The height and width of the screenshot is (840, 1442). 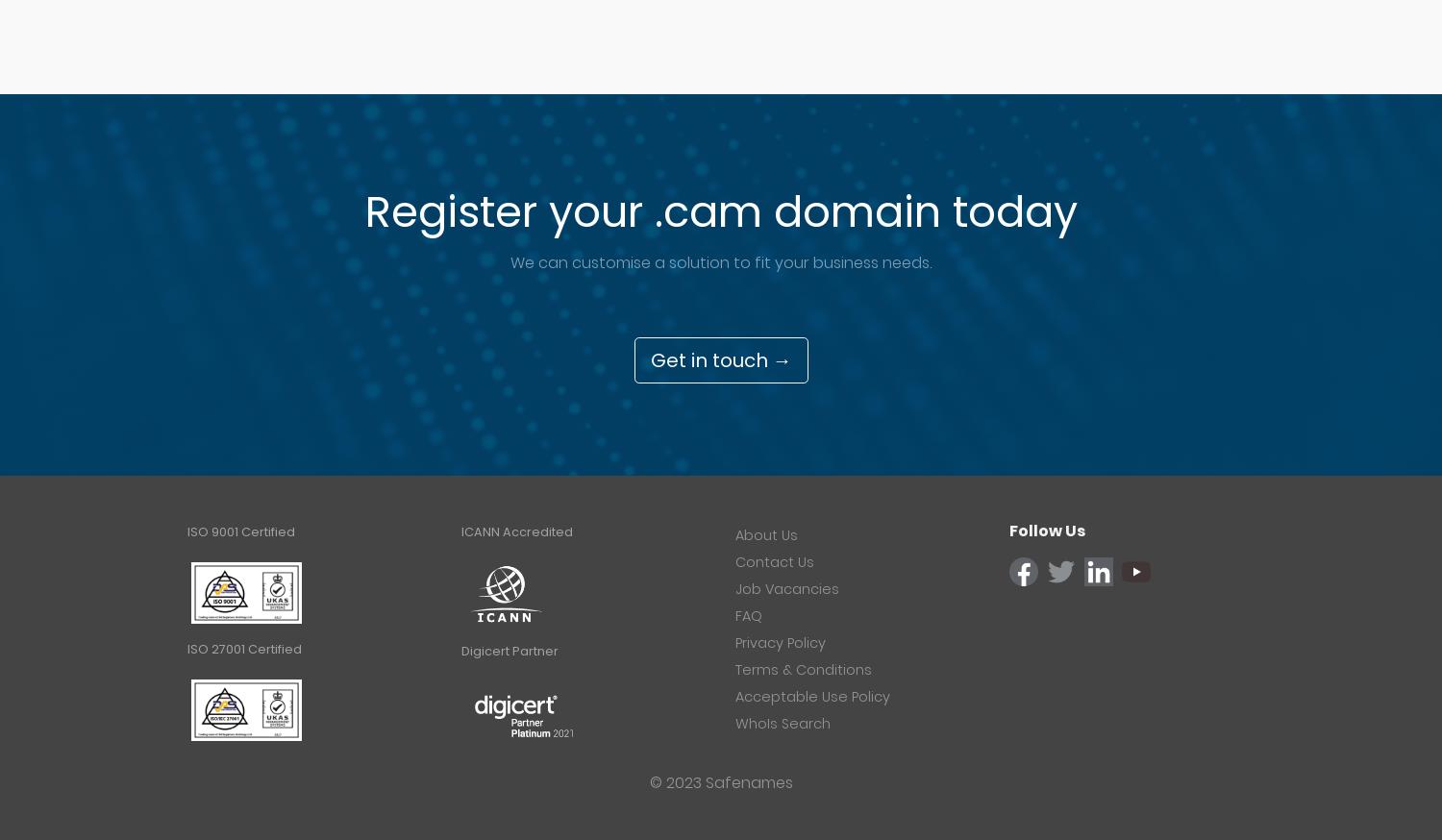 What do you see at coordinates (517, 531) in the screenshot?
I see `'ICANN Accredited'` at bounding box center [517, 531].